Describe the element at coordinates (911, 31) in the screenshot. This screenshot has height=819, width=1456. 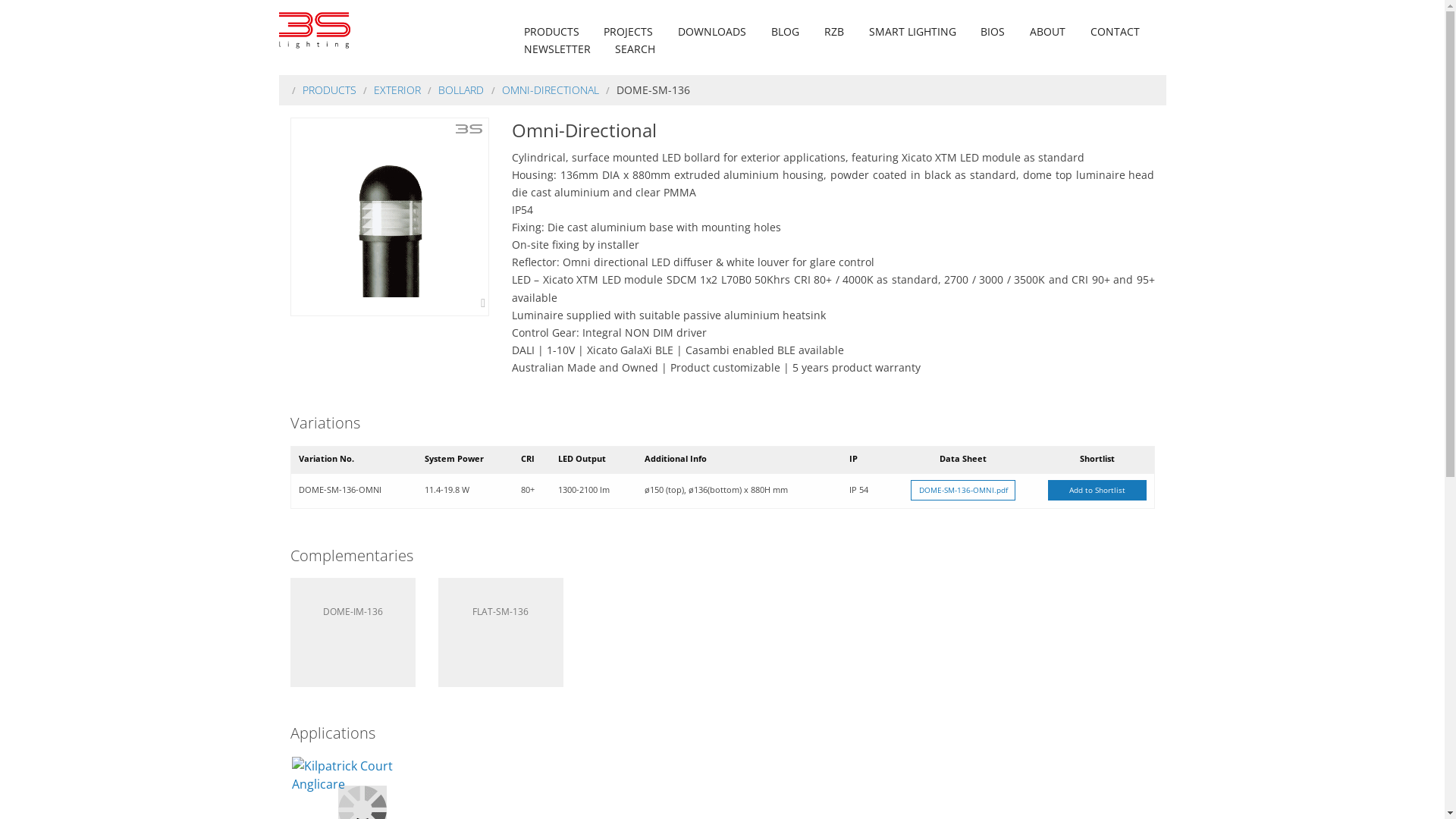
I see `'SMART LIGHTING'` at that location.